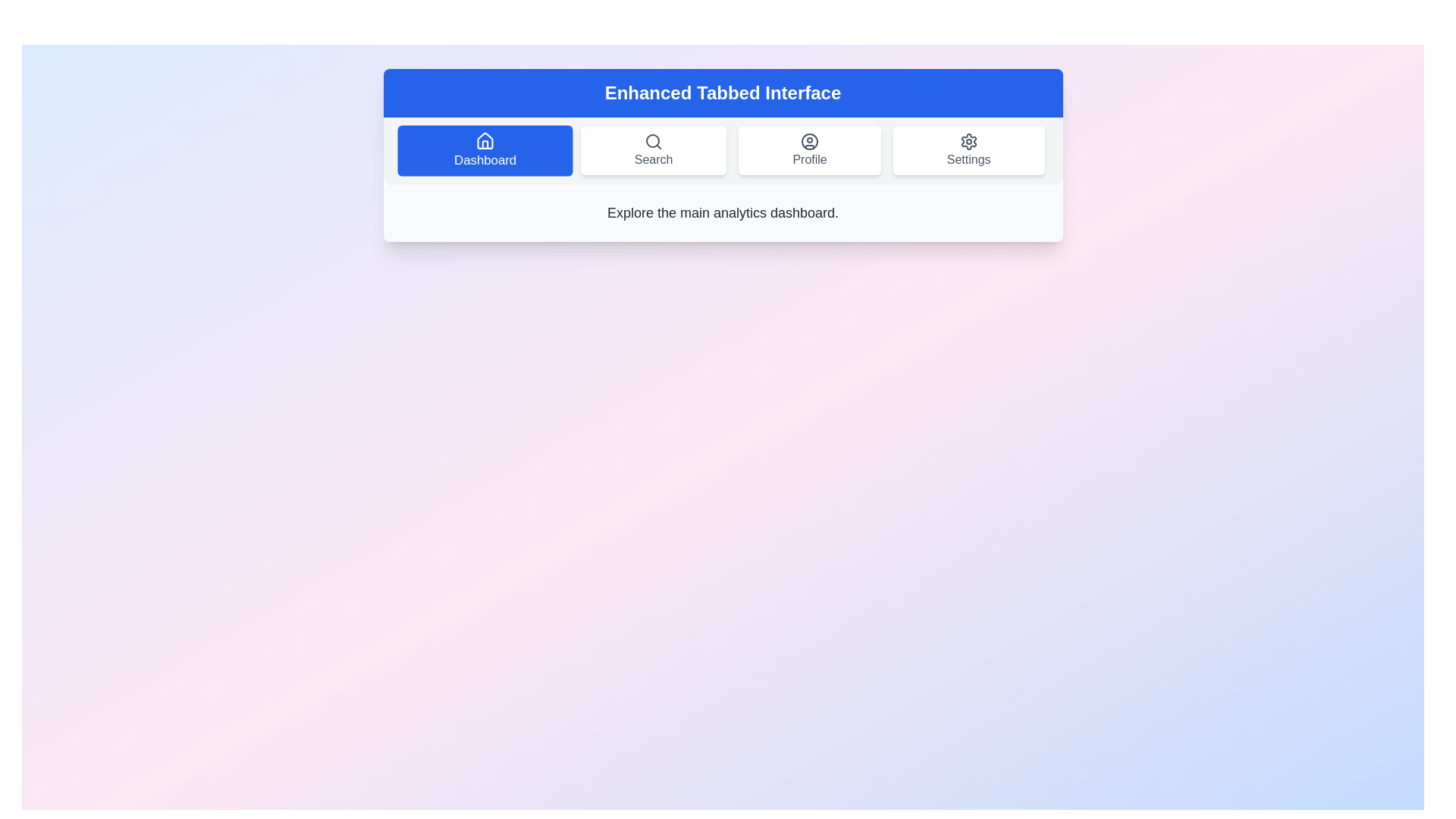 The image size is (1456, 819). I want to click on the user profile icon located in the 'Profile' tab, which is centered above the 'Profile' text in the horizontal navigation bar, so click(809, 141).